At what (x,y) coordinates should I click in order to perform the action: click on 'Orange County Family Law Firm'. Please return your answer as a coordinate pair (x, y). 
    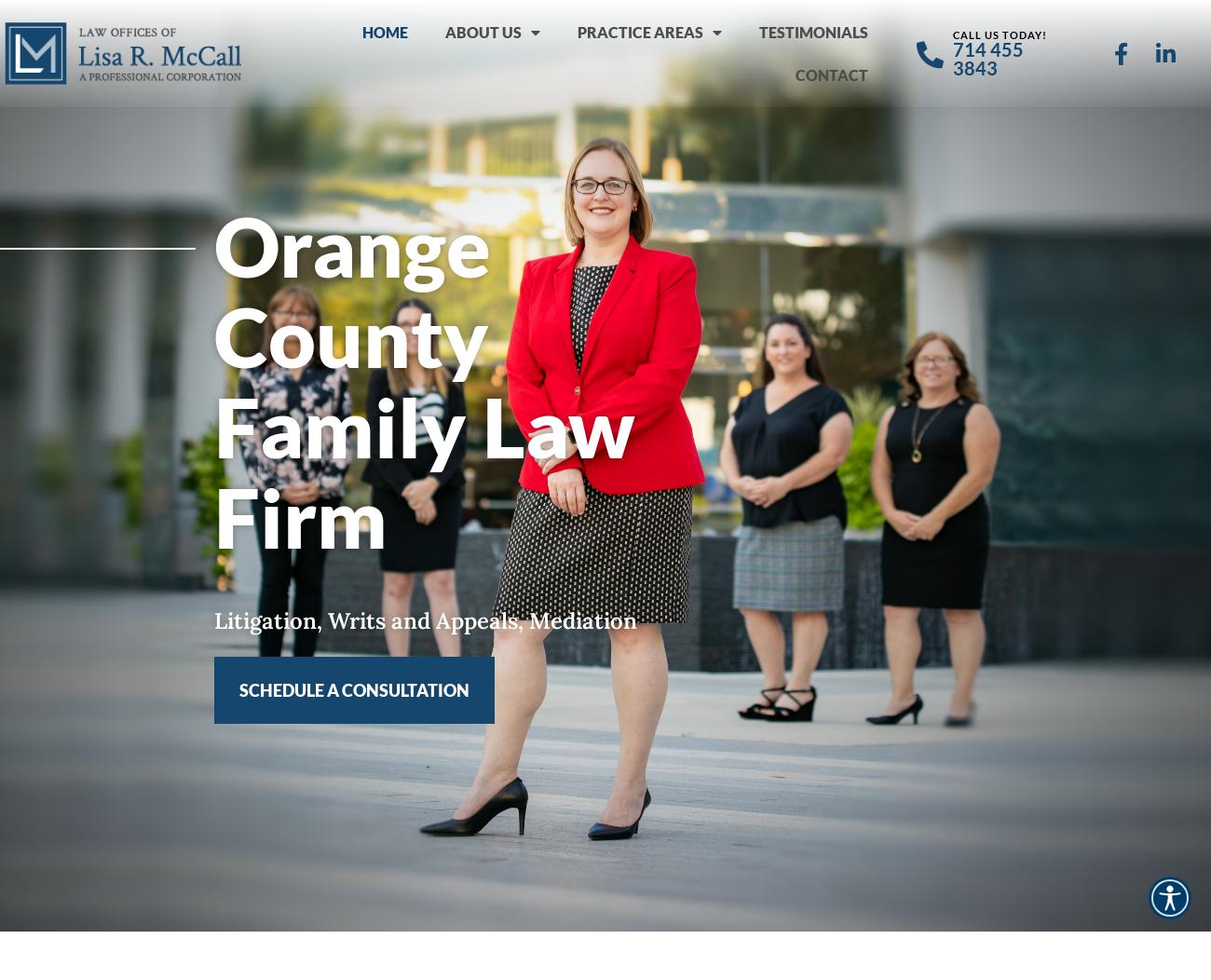
    Looking at the image, I should click on (424, 380).